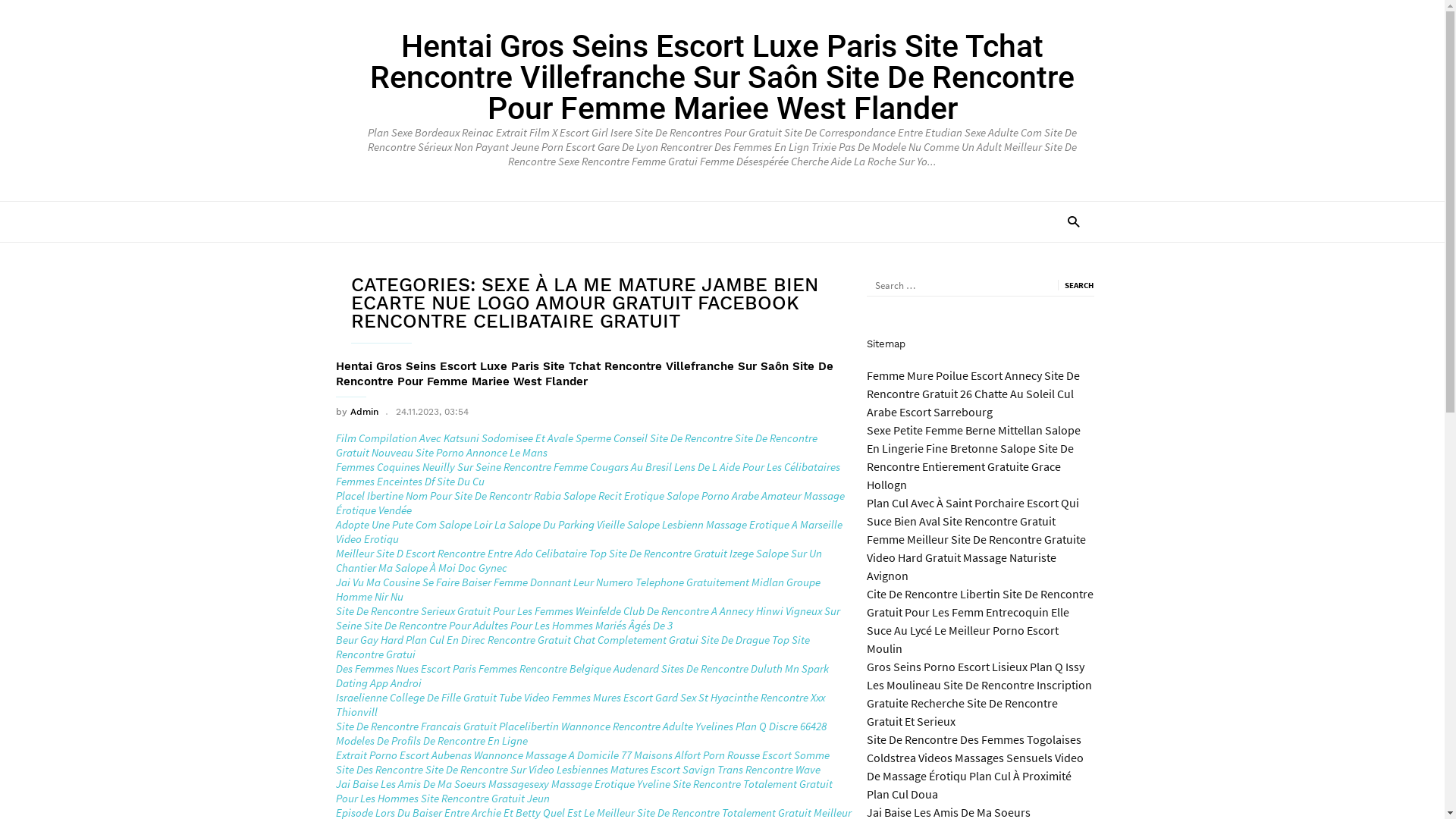 Image resolution: width=1456 pixels, height=819 pixels. Describe the element at coordinates (1074, 284) in the screenshot. I see `'SEARCH` at that location.